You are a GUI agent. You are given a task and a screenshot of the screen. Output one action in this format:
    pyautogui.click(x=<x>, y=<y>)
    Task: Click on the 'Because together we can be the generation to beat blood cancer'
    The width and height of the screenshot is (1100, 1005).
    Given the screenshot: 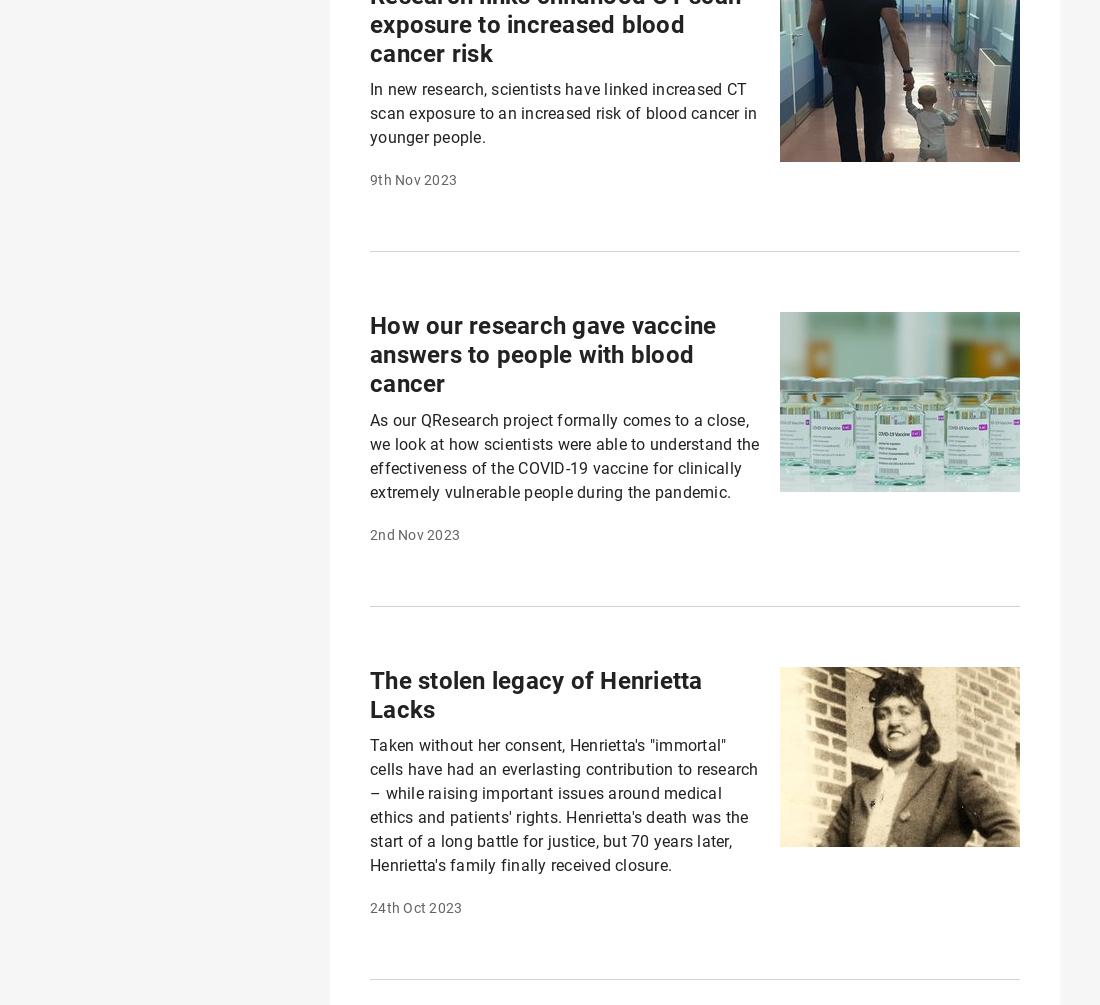 What is the action you would take?
    pyautogui.click(x=919, y=862)
    